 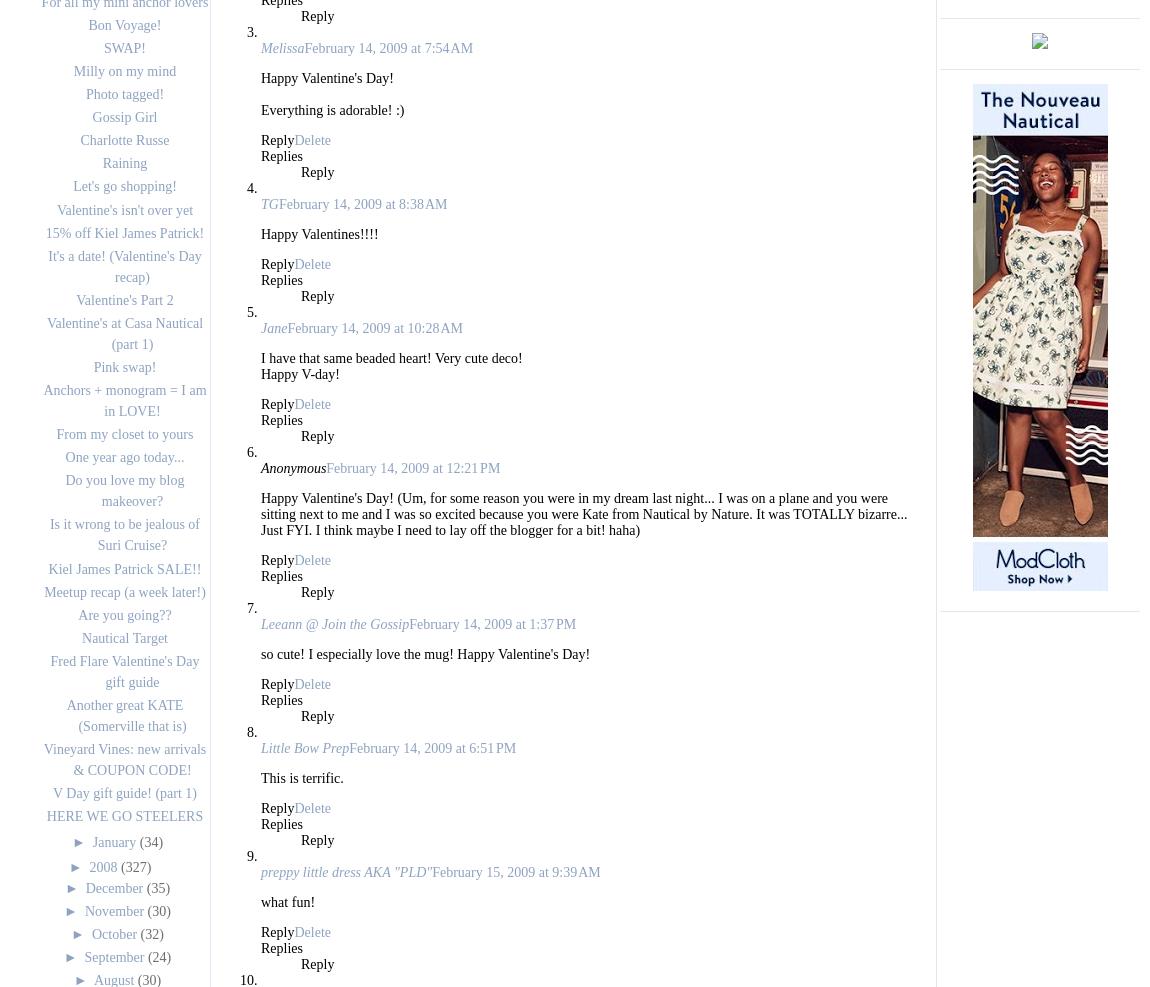 I want to click on 'February 14, 2009 at 8:38 AM', so click(x=362, y=203).